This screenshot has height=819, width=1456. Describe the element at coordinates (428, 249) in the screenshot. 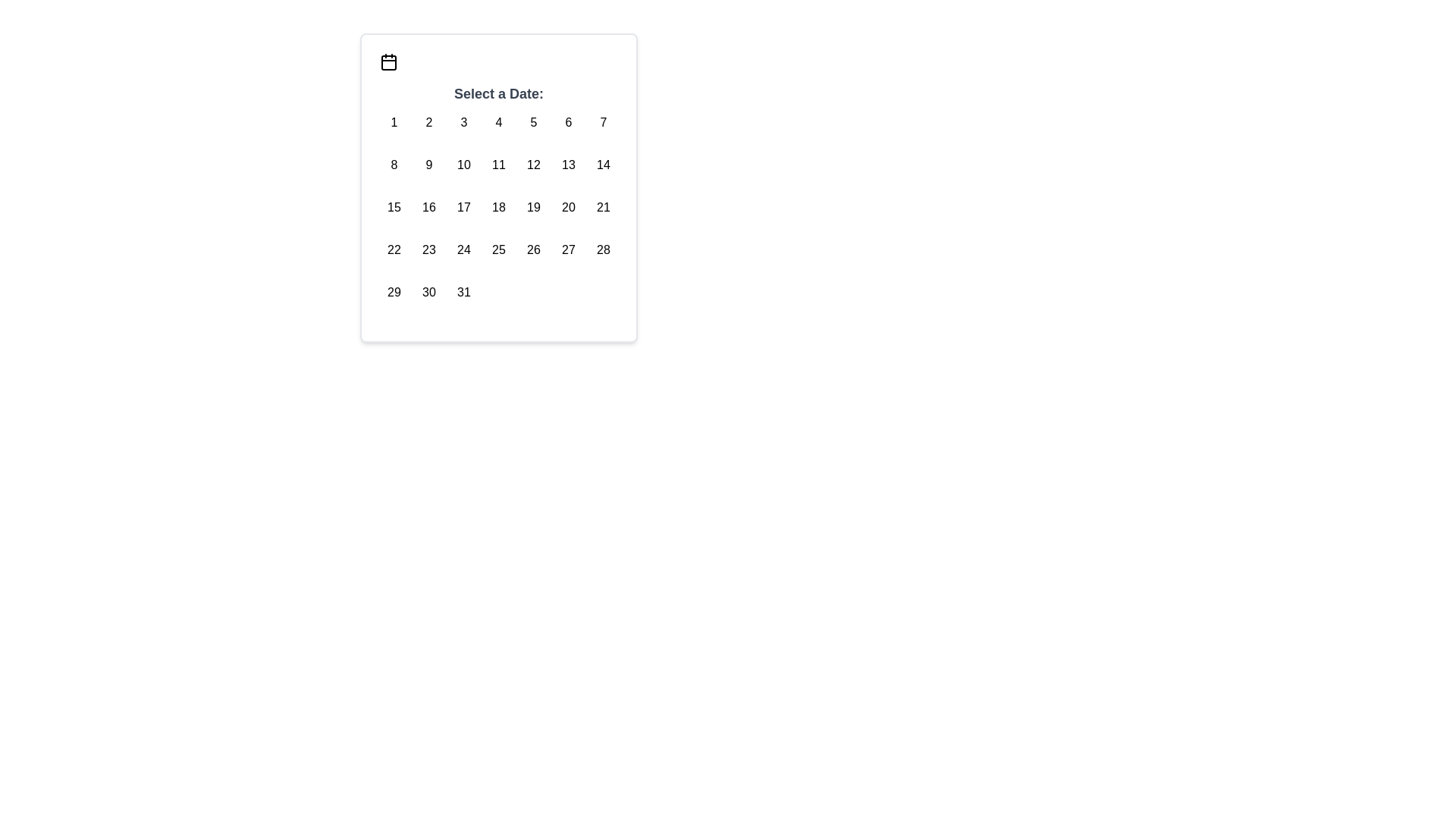

I see `the Calendar day button representing the 23rd cell in the grid` at that location.